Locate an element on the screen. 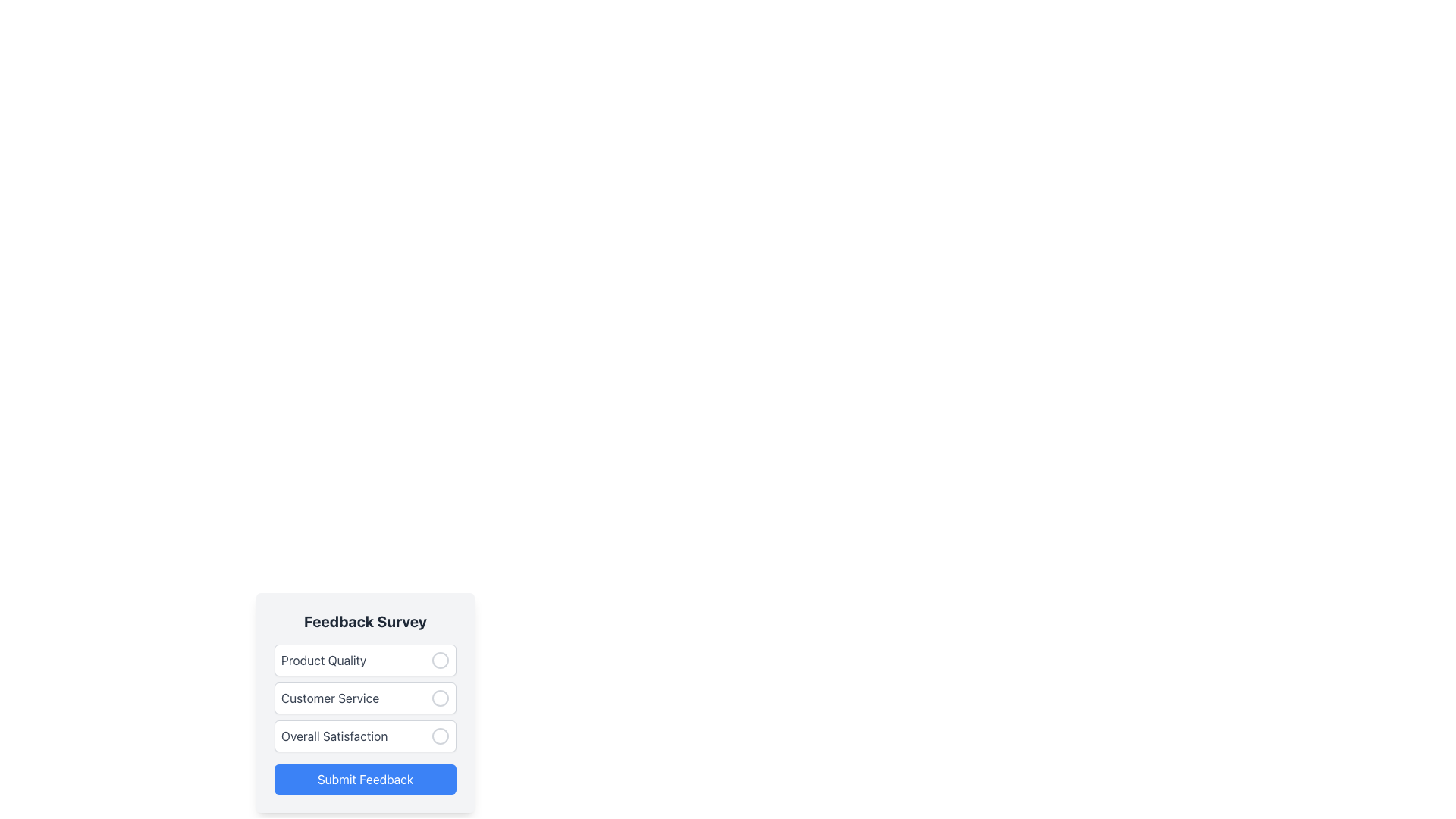 The width and height of the screenshot is (1456, 819). the 'Submit Feedback' button, which is a rectangular button with rounded corners, located at the bottom of the form is located at coordinates (365, 780).